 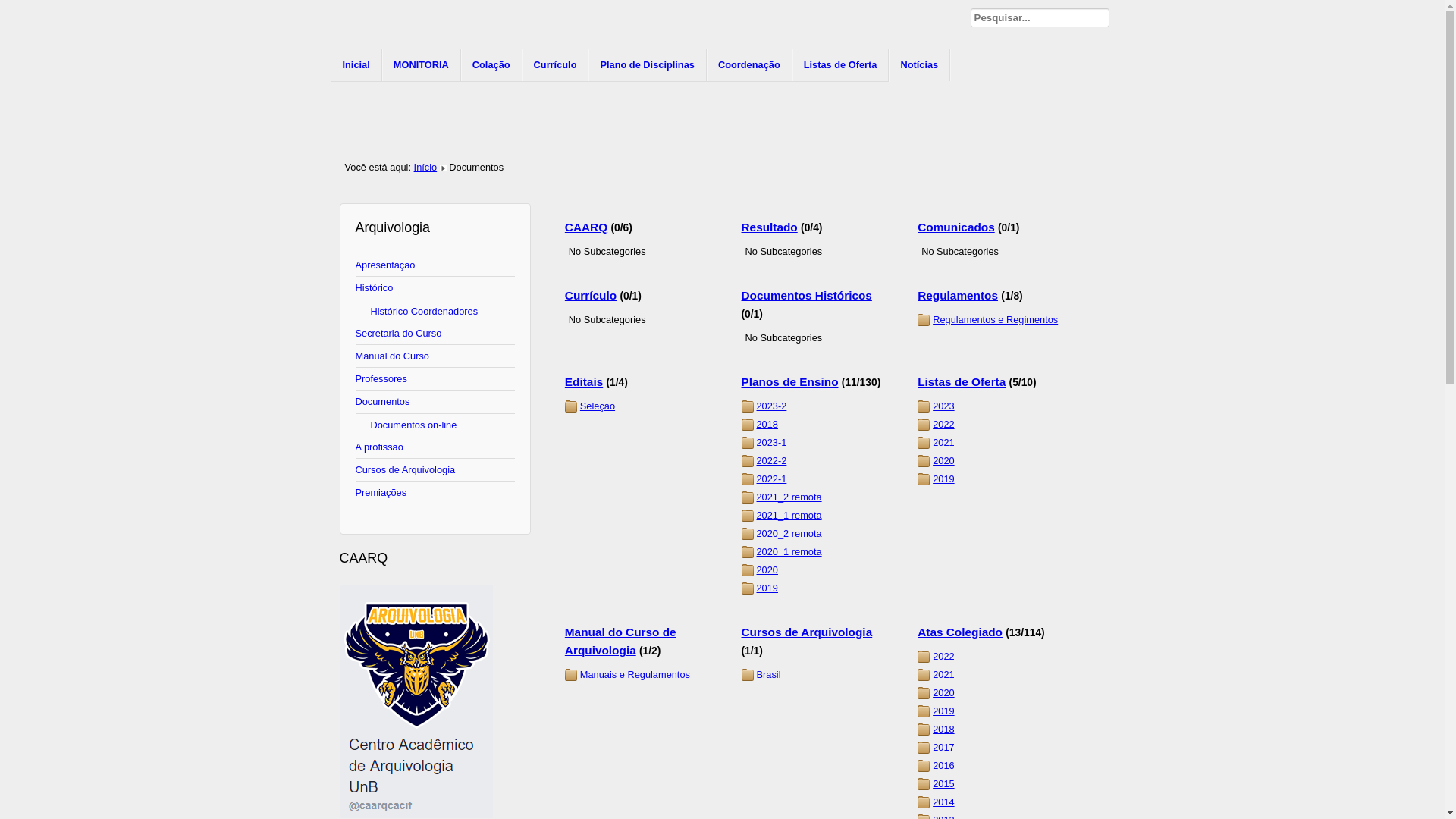 I want to click on '2022-1', so click(x=771, y=479).